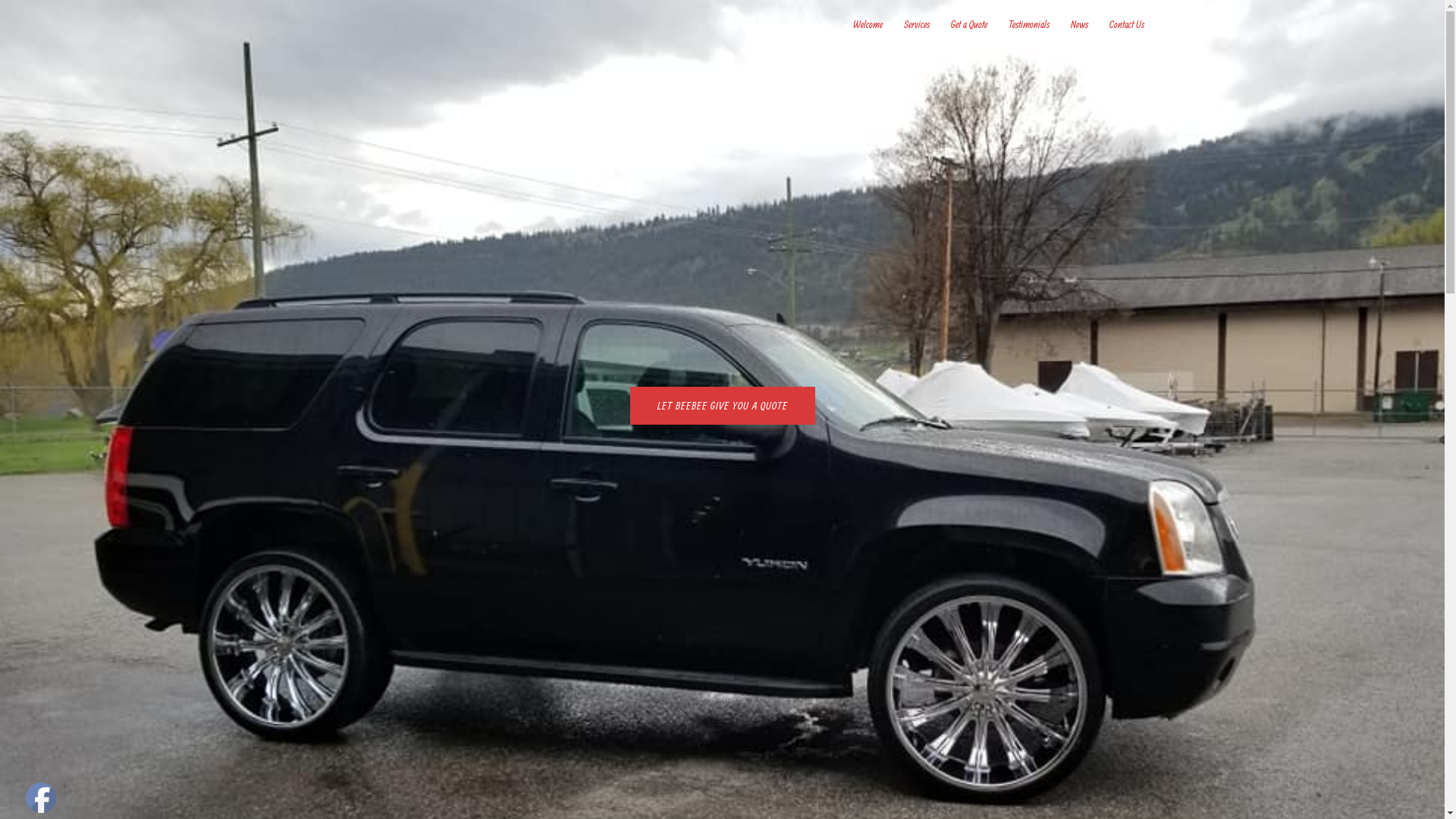 The height and width of the screenshot is (819, 1456). What do you see at coordinates (949, 25) in the screenshot?
I see `'Get a Quote'` at bounding box center [949, 25].